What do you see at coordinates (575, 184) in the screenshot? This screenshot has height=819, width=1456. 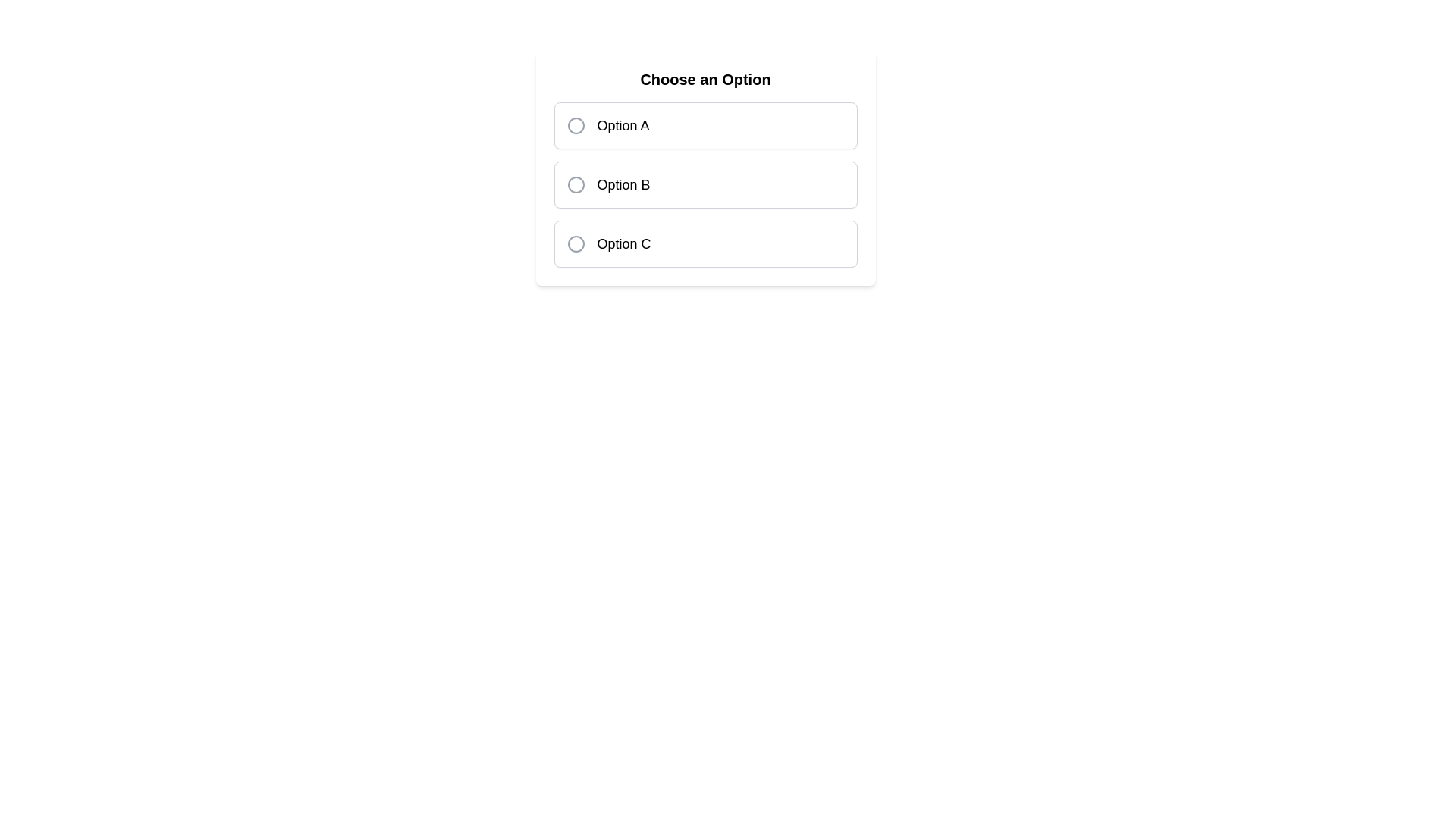 I see `the radio button icon for 'Option B'` at bounding box center [575, 184].